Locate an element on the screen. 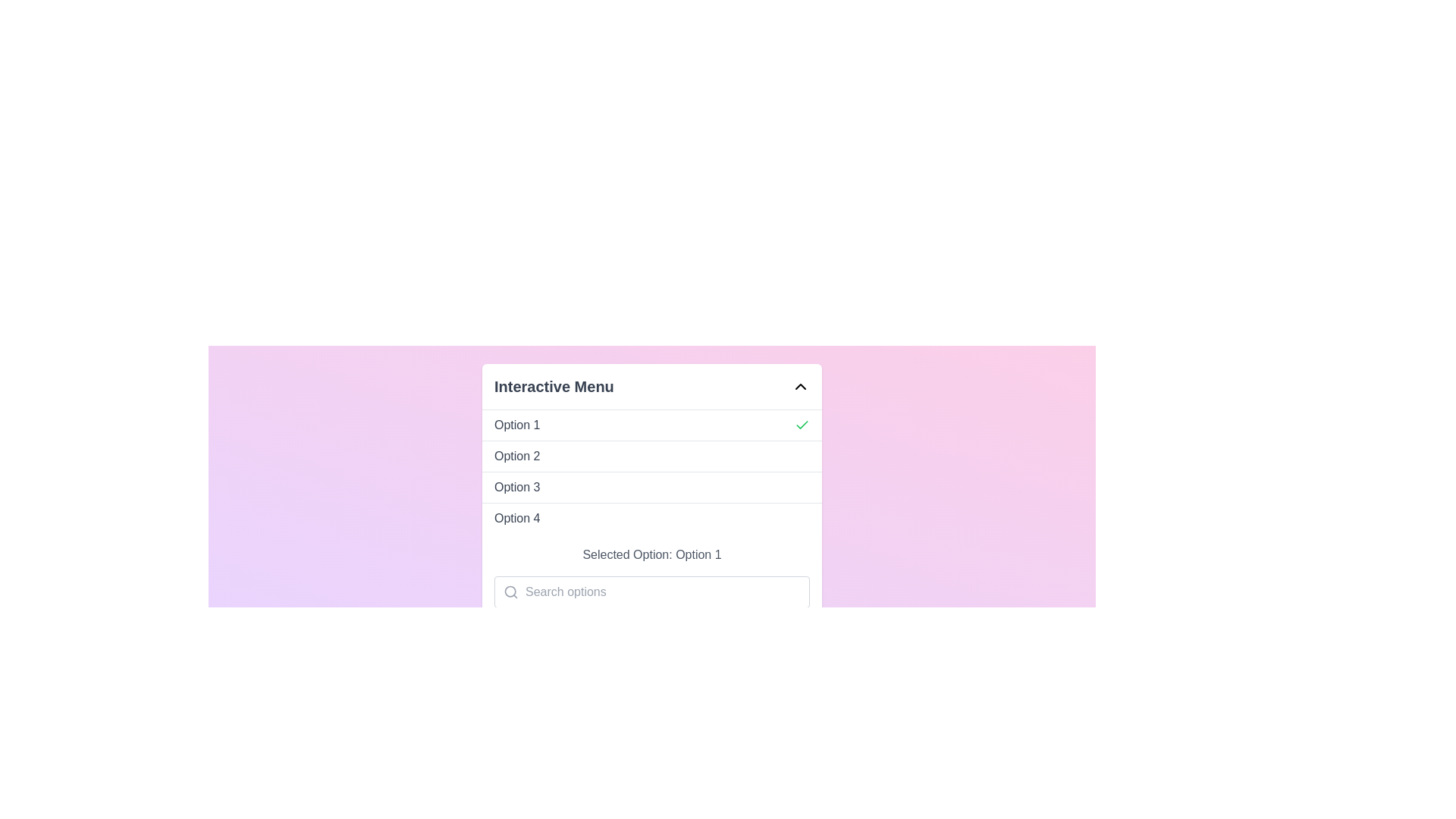  the first selectable option text label in the 'Interactive Menu' dropdown is located at coordinates (516, 425).